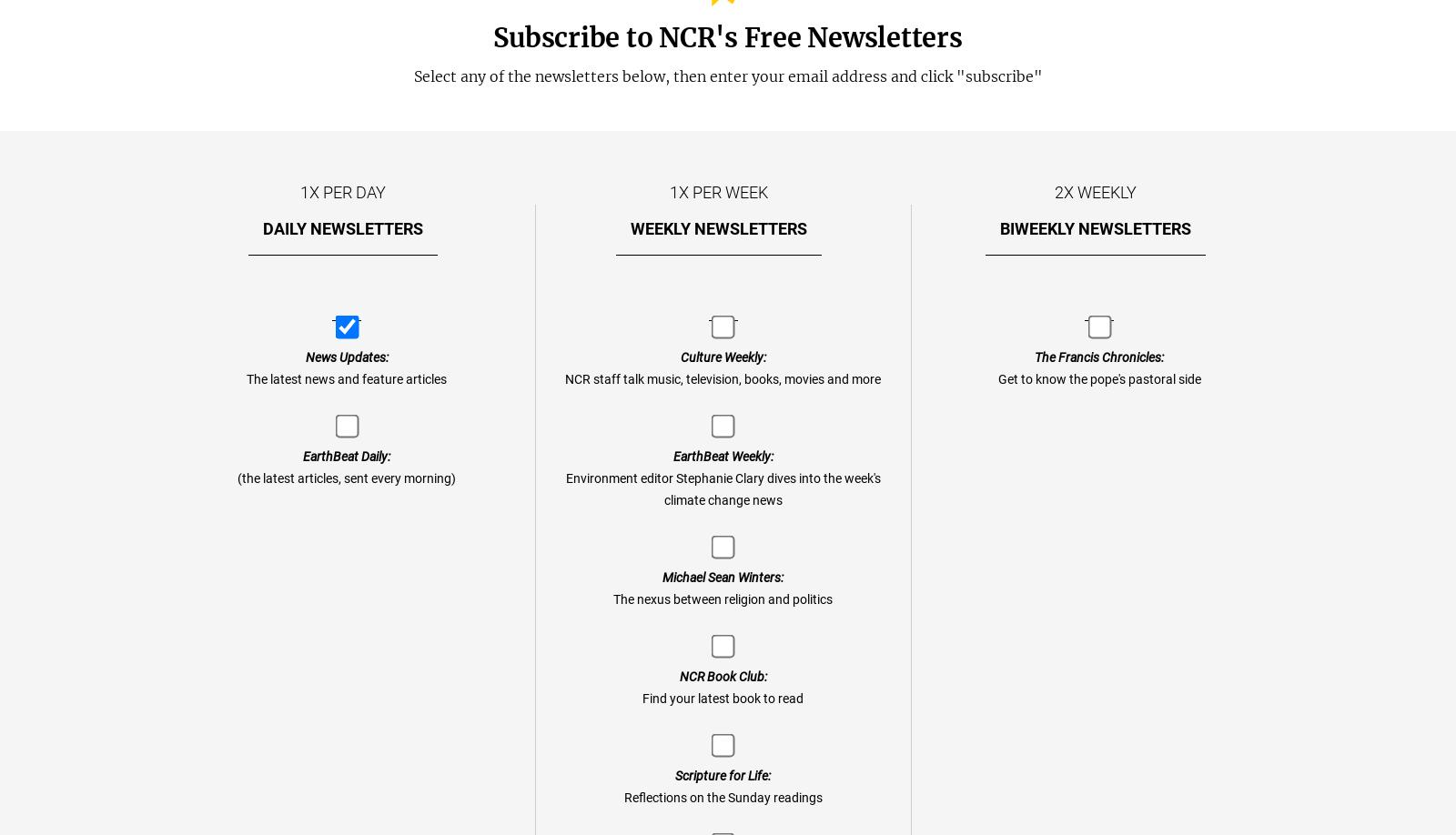  I want to click on 'Michael Sean Winters:', so click(723, 577).